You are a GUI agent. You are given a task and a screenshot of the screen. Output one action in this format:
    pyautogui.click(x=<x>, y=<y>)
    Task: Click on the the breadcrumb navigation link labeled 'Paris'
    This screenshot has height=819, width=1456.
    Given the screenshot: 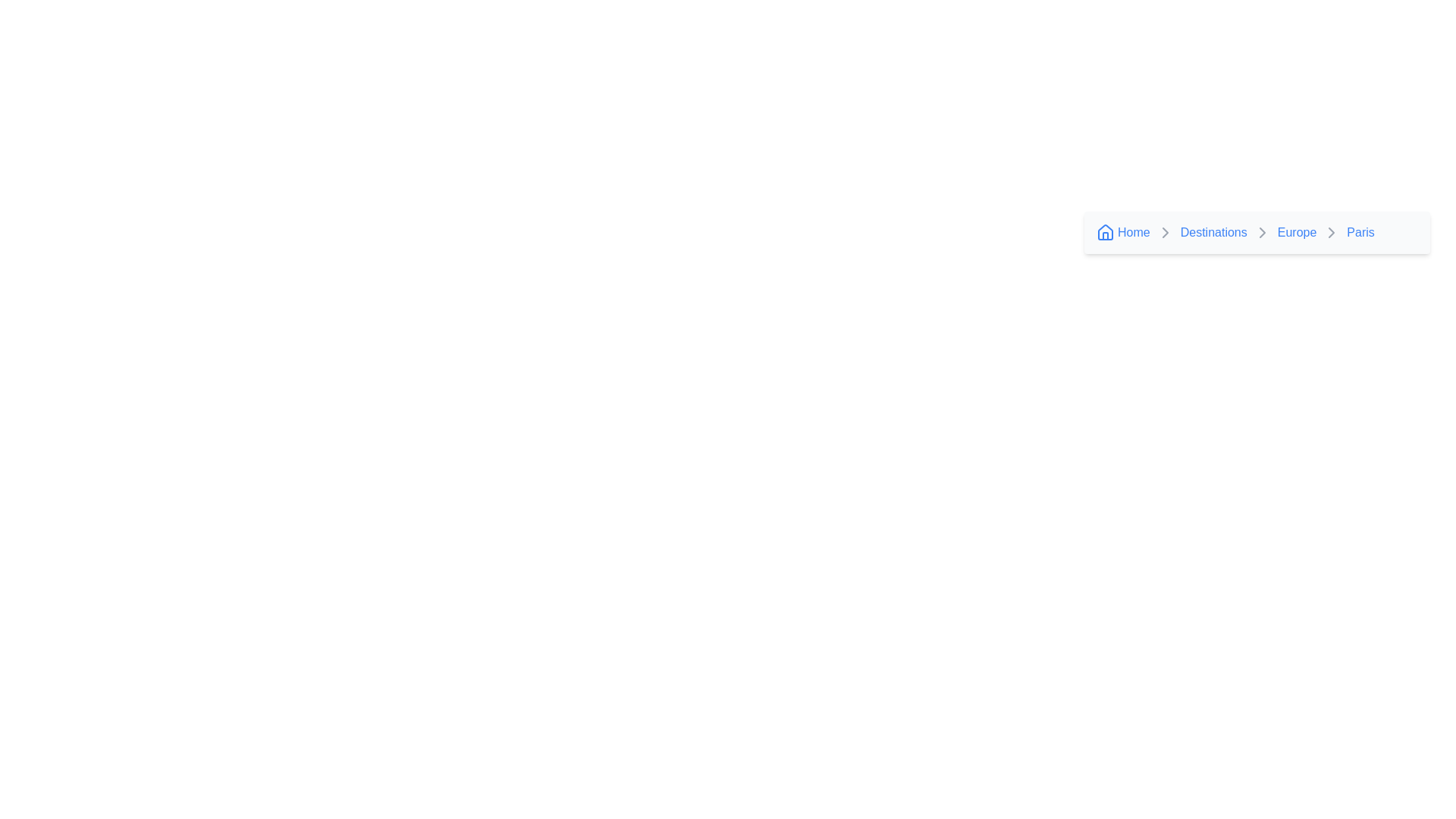 What is the action you would take?
    pyautogui.click(x=1360, y=233)
    